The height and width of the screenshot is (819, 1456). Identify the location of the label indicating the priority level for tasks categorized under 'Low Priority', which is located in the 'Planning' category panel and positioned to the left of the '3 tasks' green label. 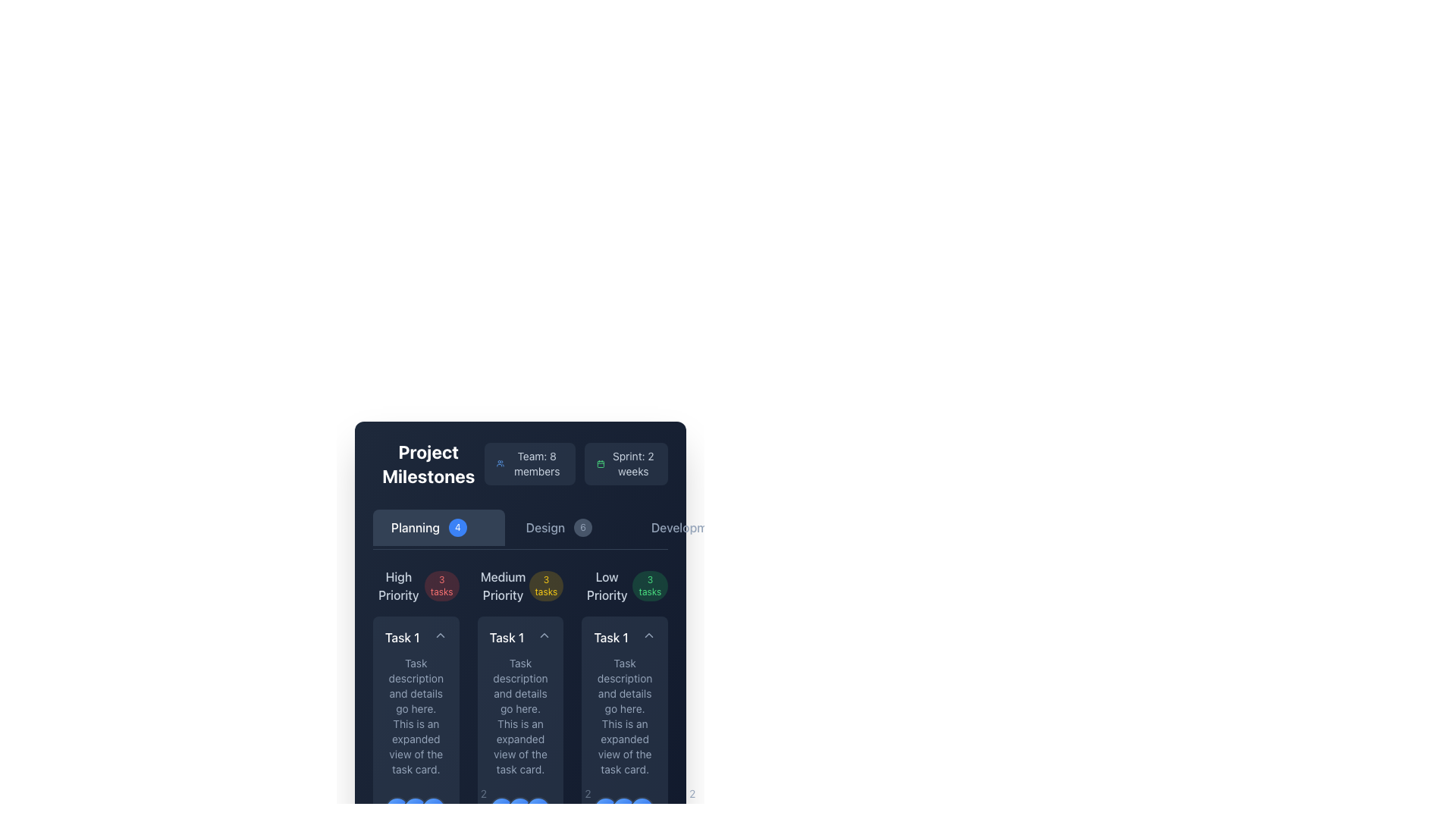
(607, 585).